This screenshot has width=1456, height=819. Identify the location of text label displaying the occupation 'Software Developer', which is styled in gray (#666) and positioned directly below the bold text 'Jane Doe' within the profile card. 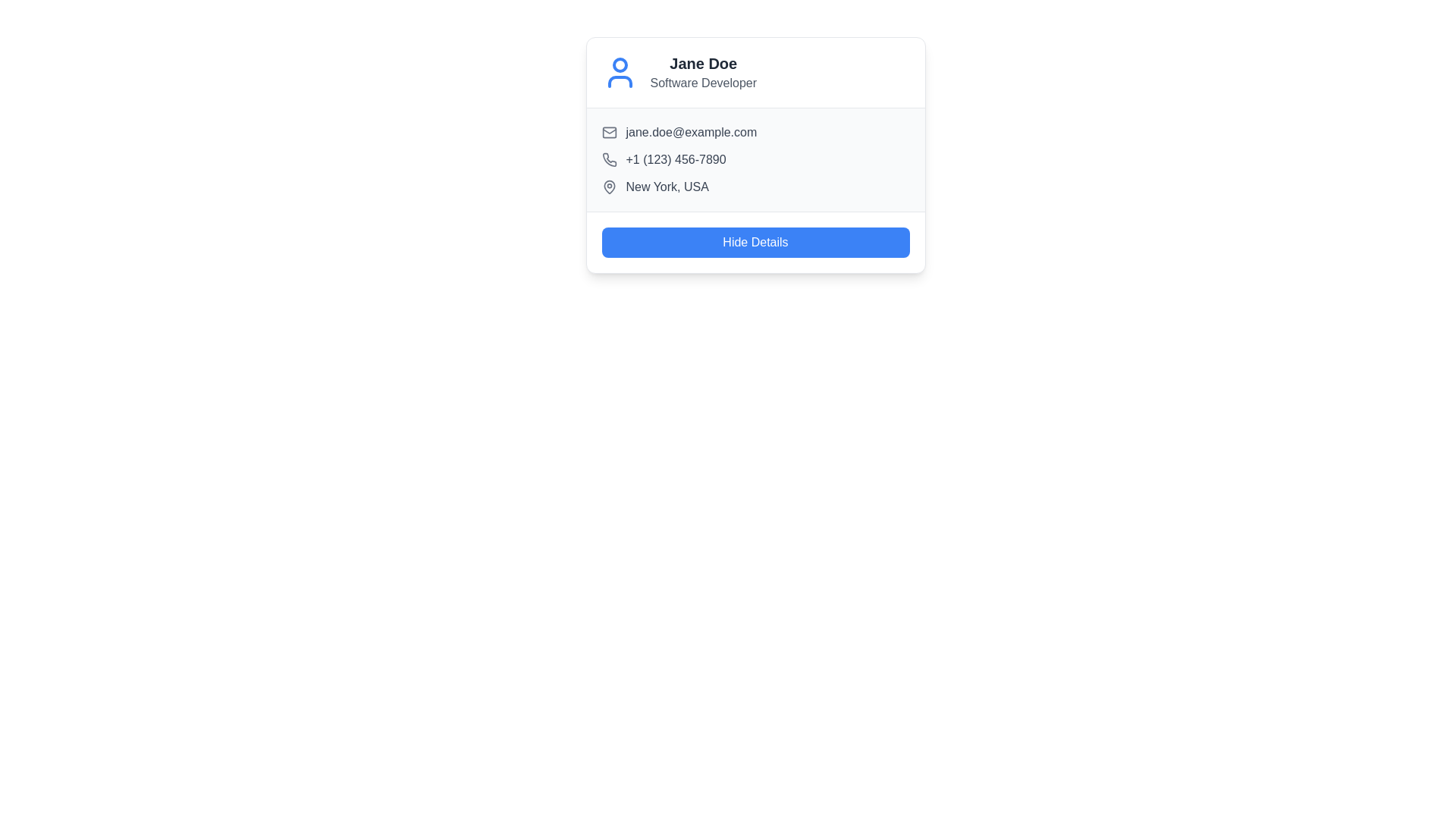
(702, 83).